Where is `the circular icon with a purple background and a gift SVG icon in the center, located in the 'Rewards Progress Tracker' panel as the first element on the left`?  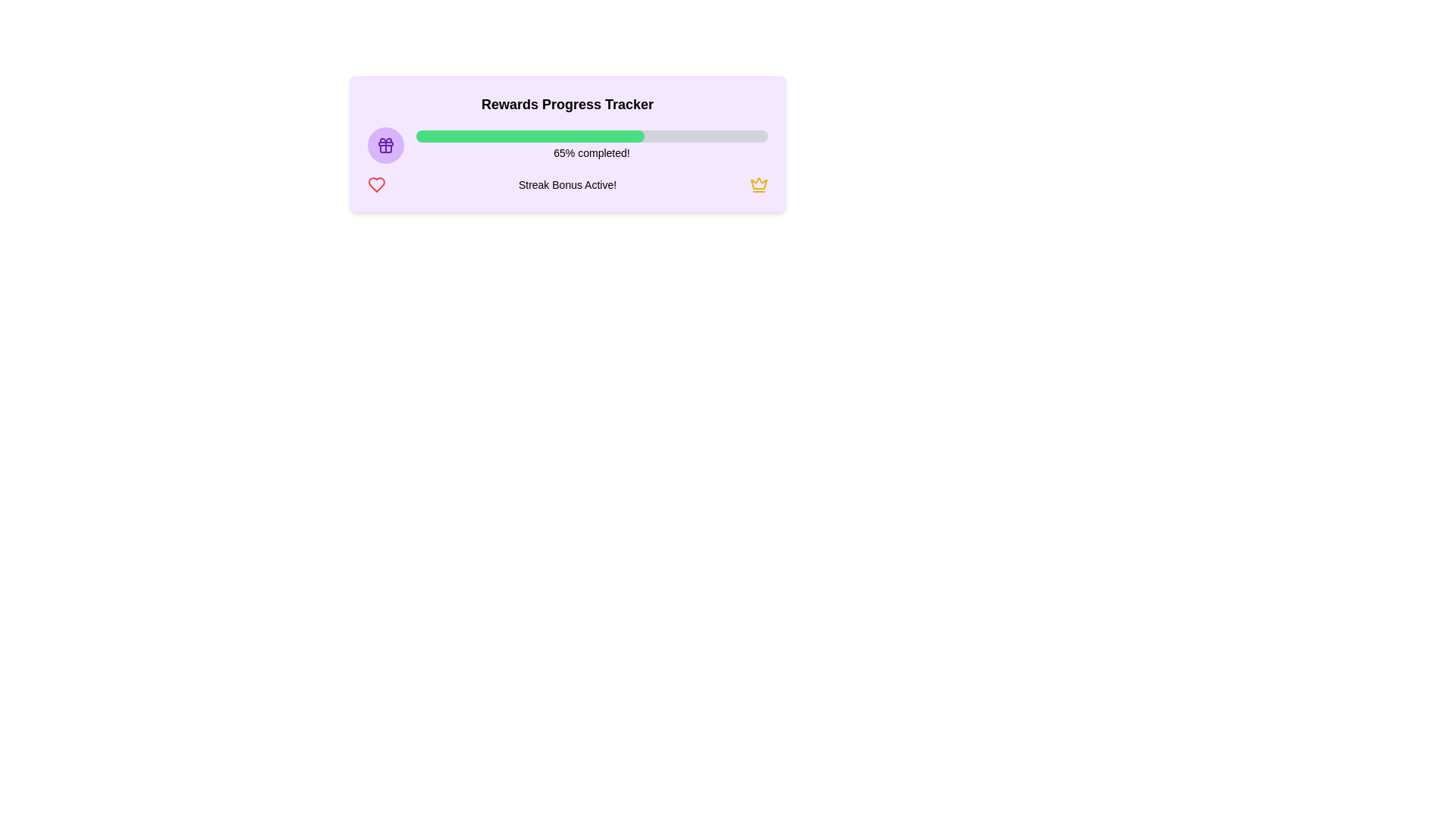
the circular icon with a purple background and a gift SVG icon in the center, located in the 'Rewards Progress Tracker' panel as the first element on the left is located at coordinates (385, 146).